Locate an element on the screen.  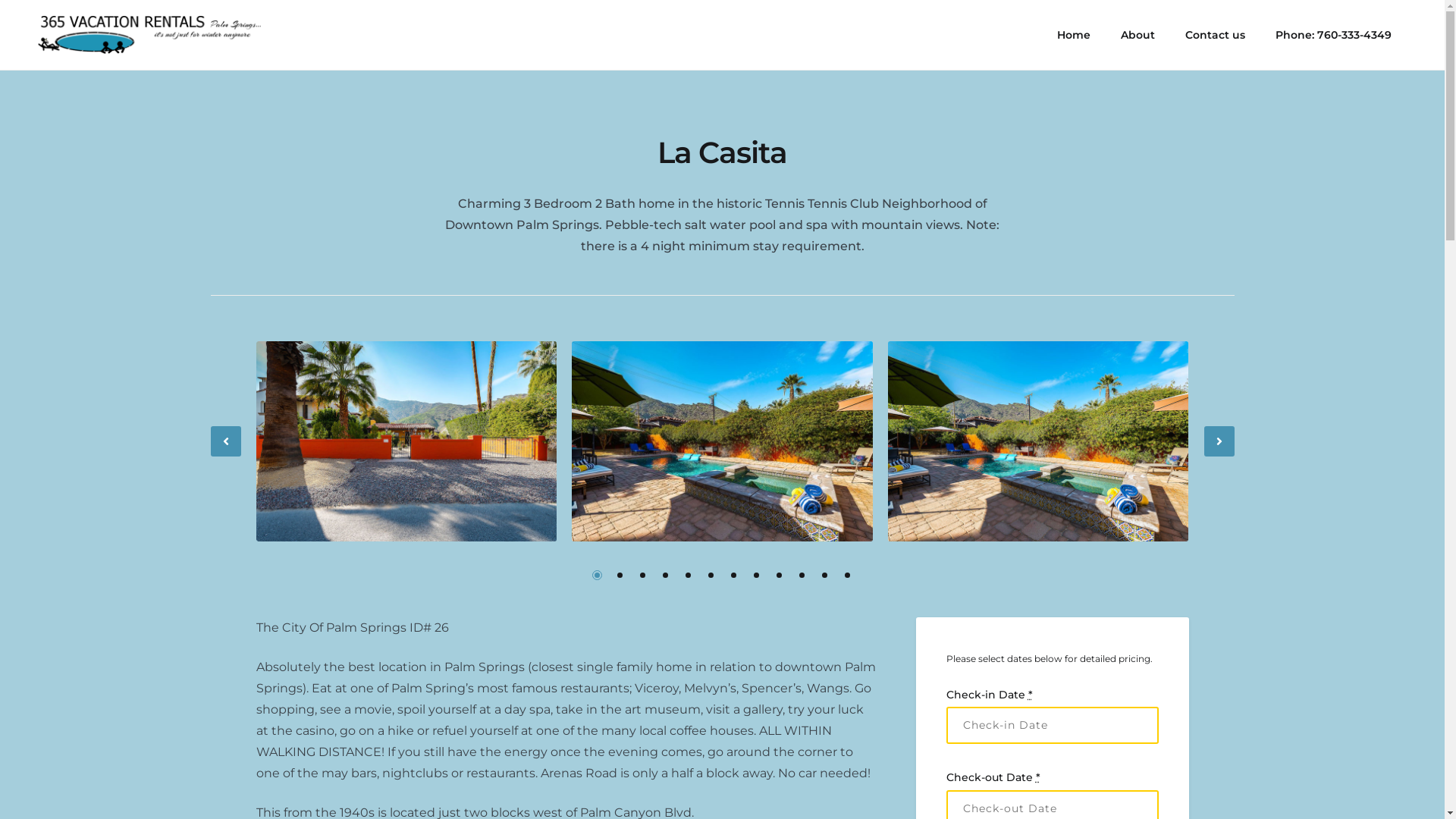
'11' is located at coordinates (824, 575).